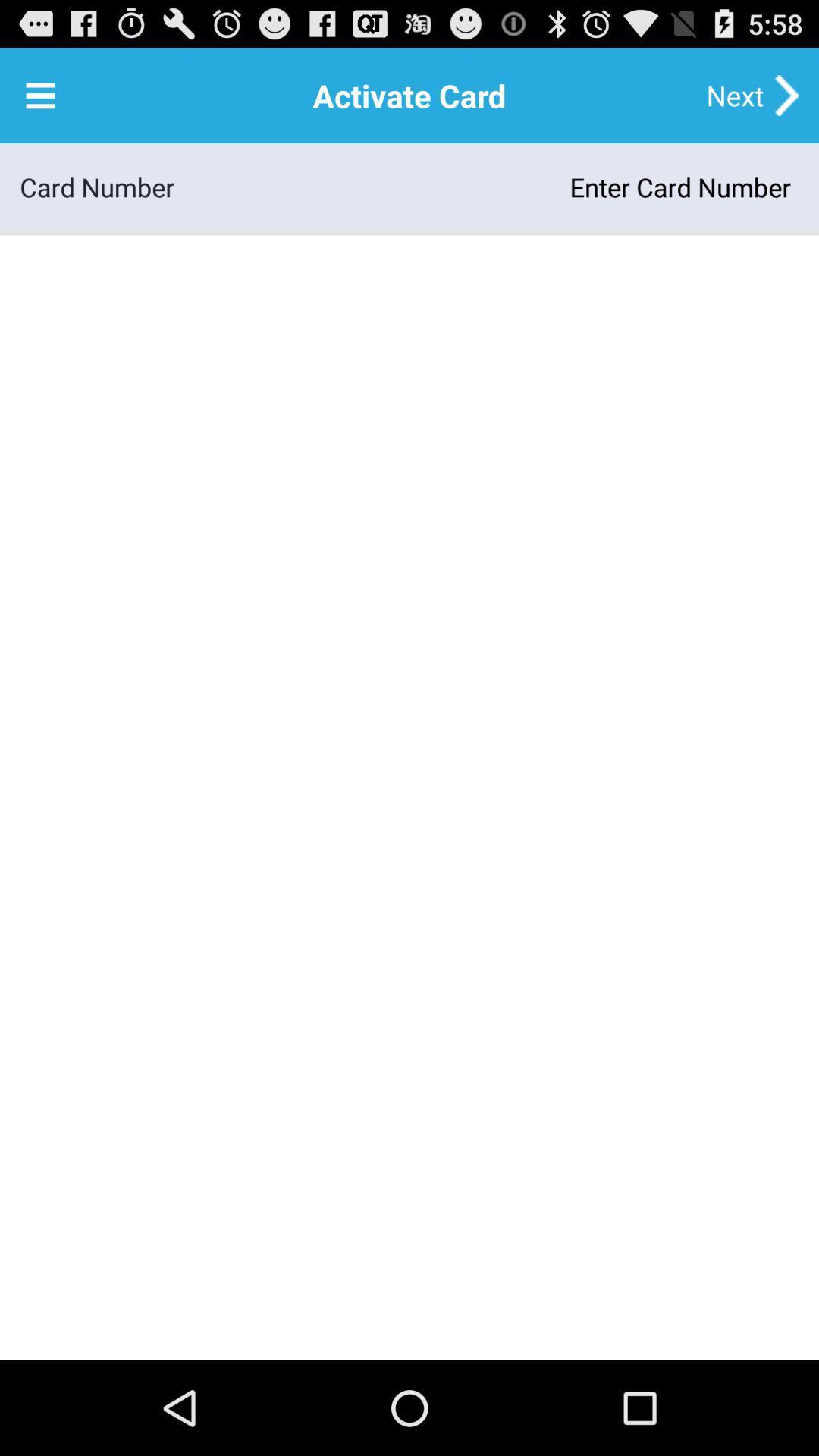 Image resolution: width=819 pixels, height=1456 pixels. What do you see at coordinates (39, 94) in the screenshot?
I see `the app above card number icon` at bounding box center [39, 94].